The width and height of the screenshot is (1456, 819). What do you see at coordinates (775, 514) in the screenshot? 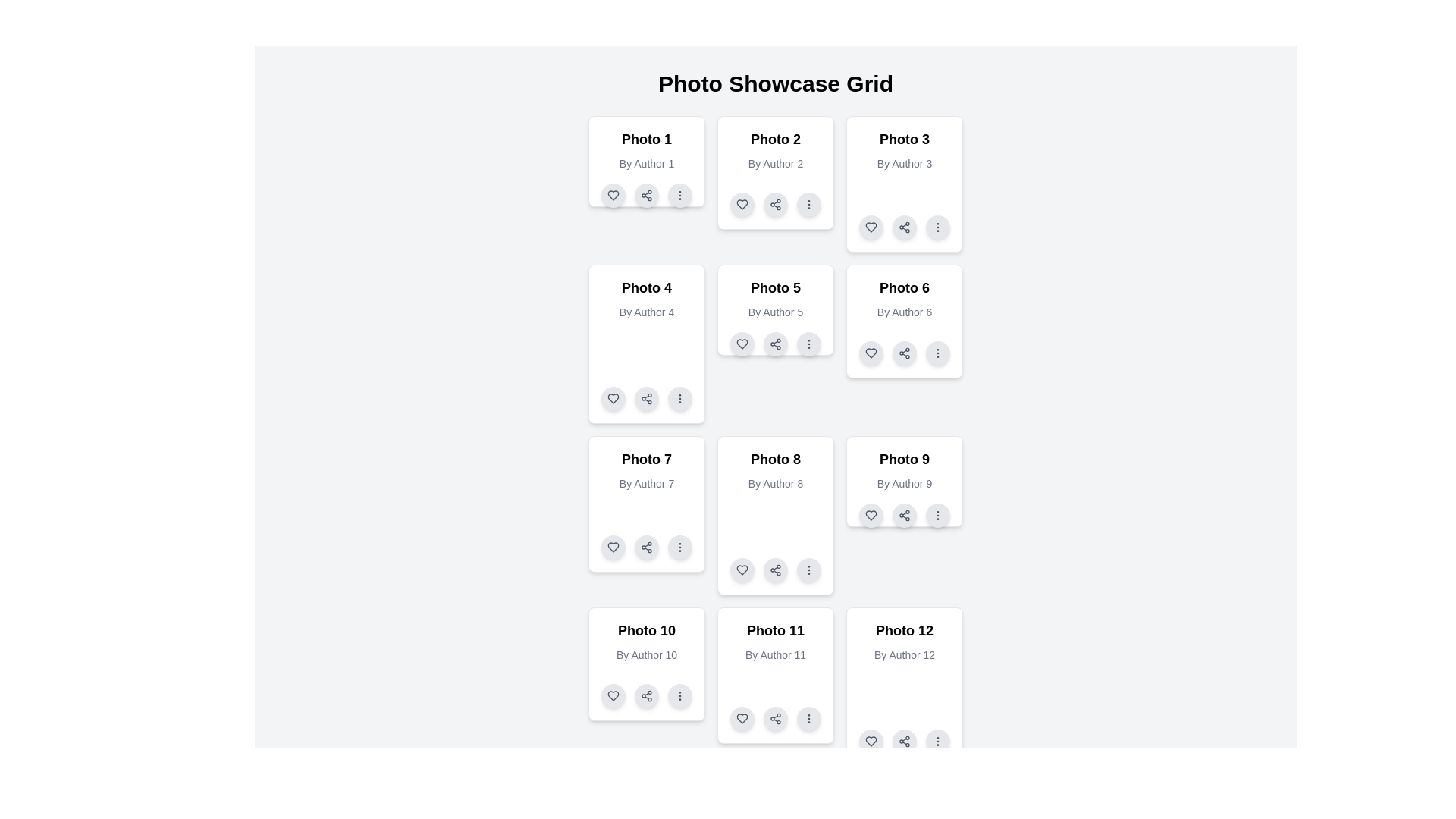
I see `the like button on the Content Card representing 'Photo 8' authored by 'Author 8', located in the second row, middle column of the grid` at bounding box center [775, 514].